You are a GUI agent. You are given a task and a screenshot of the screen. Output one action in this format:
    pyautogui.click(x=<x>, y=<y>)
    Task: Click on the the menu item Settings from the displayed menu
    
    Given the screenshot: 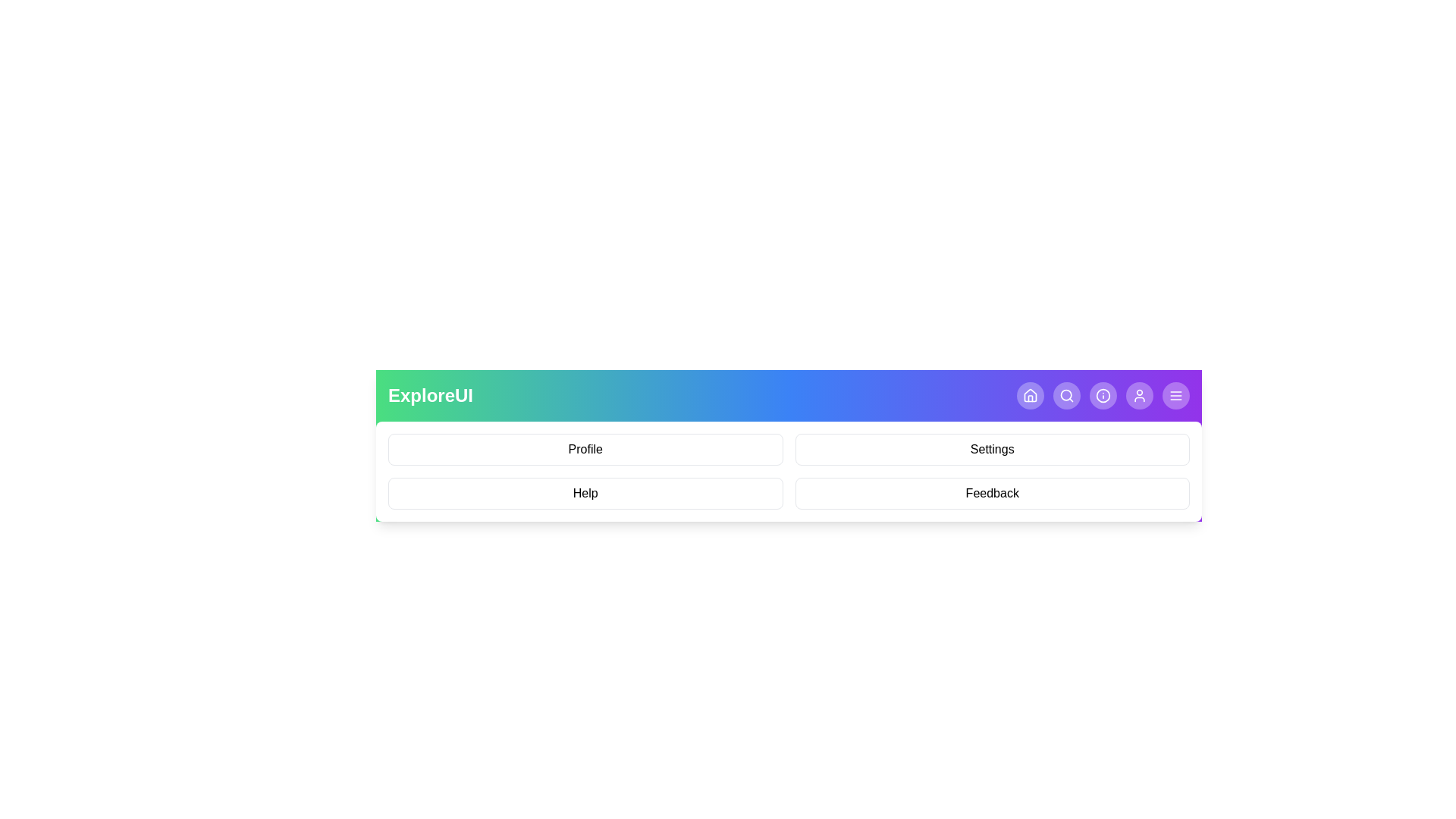 What is the action you would take?
    pyautogui.click(x=993, y=449)
    